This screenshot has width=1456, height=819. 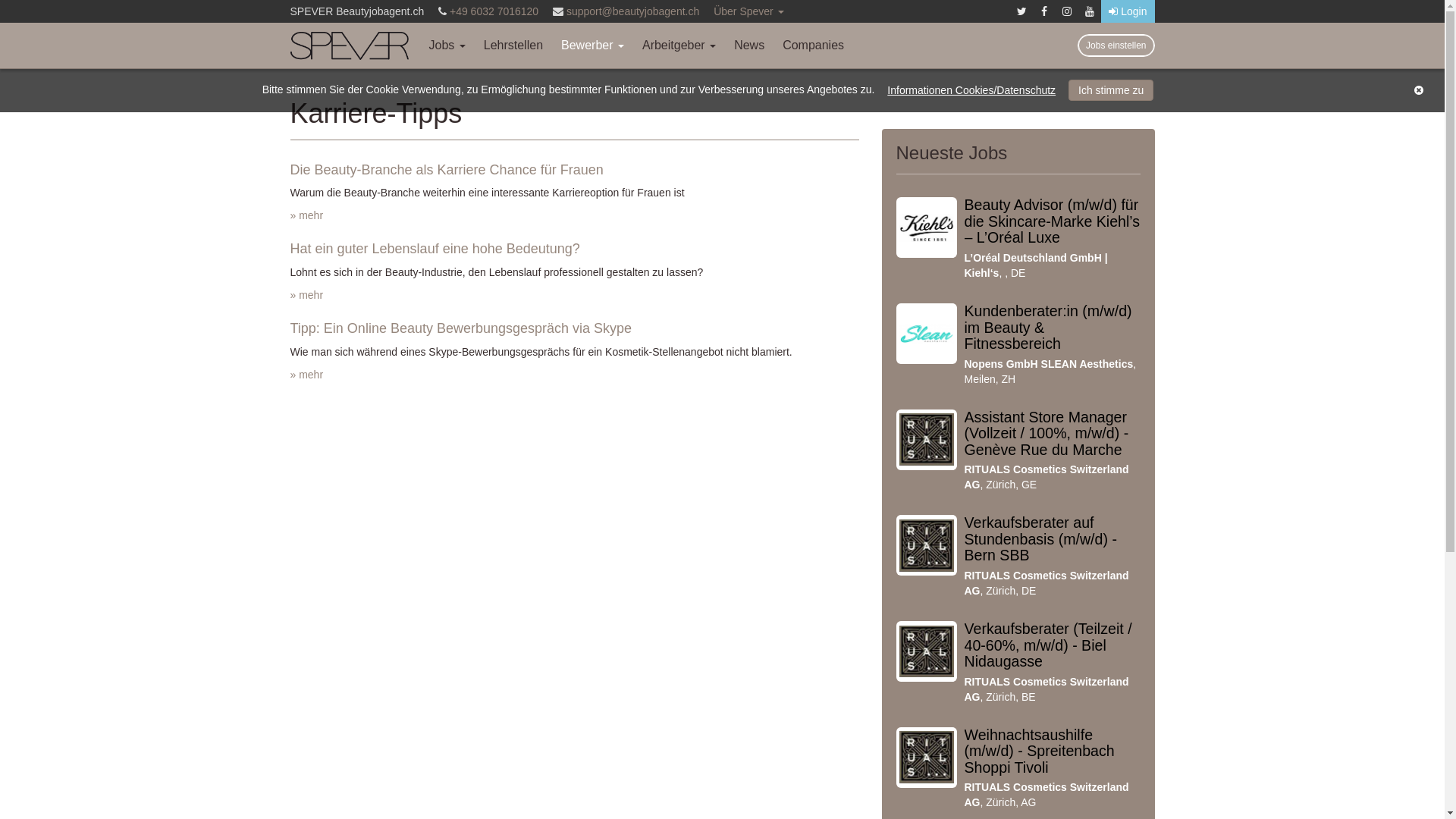 I want to click on 'Jobs einstellen', so click(x=1116, y=45).